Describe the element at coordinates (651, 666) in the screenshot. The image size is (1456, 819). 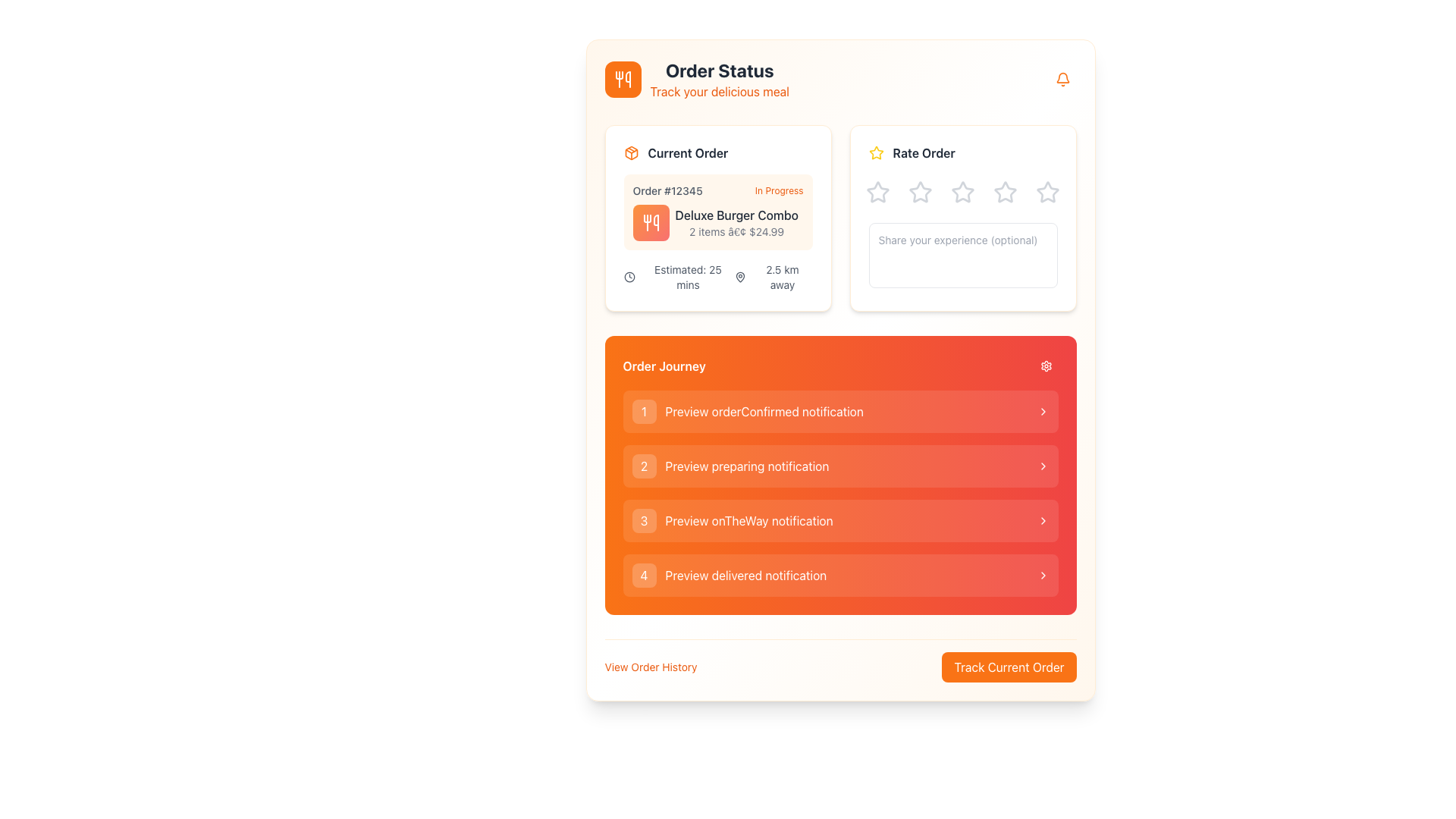
I see `the text link that redirects users to their order history to change its style` at that location.